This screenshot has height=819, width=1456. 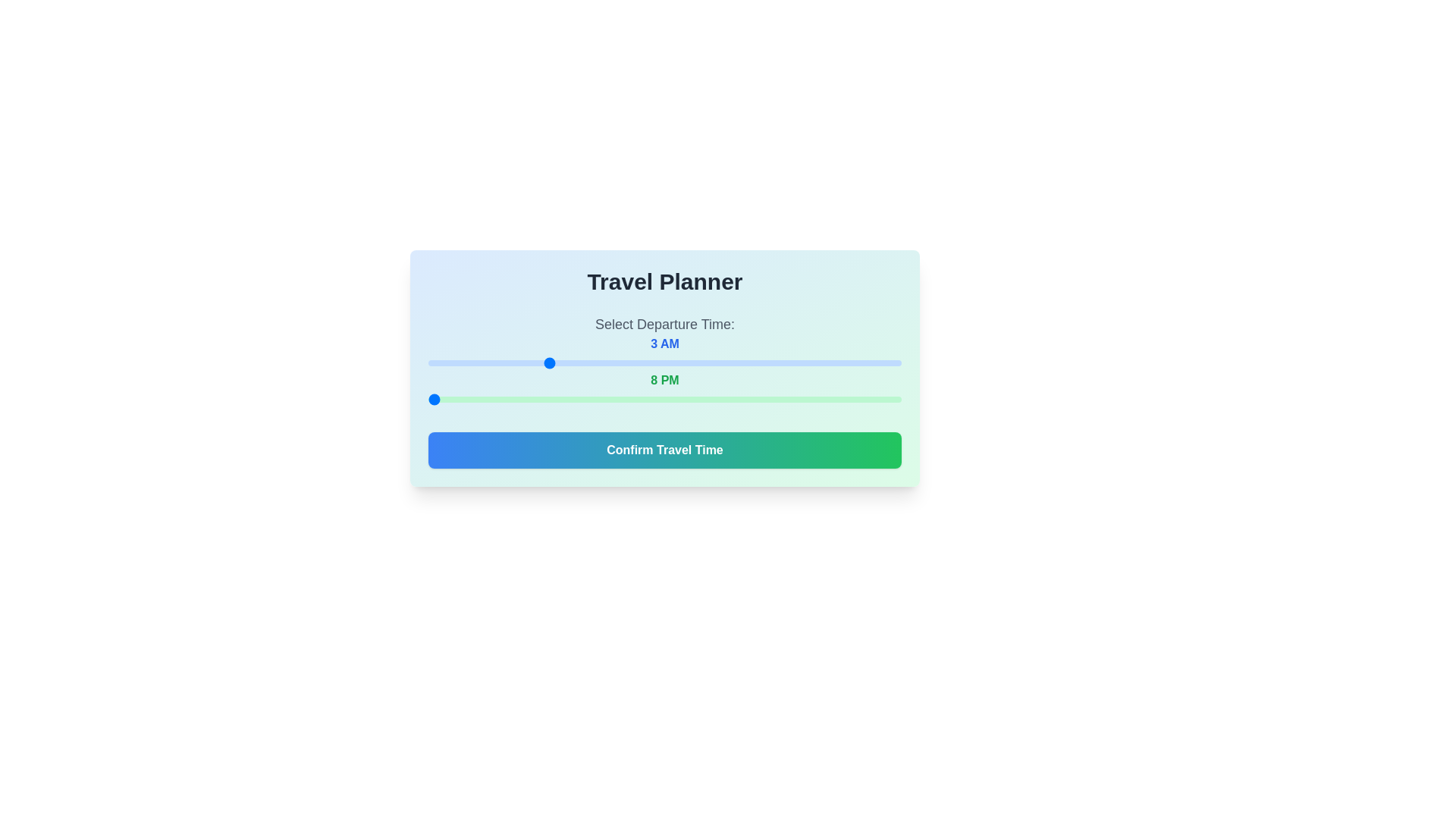 What do you see at coordinates (585, 362) in the screenshot?
I see `departure time` at bounding box center [585, 362].